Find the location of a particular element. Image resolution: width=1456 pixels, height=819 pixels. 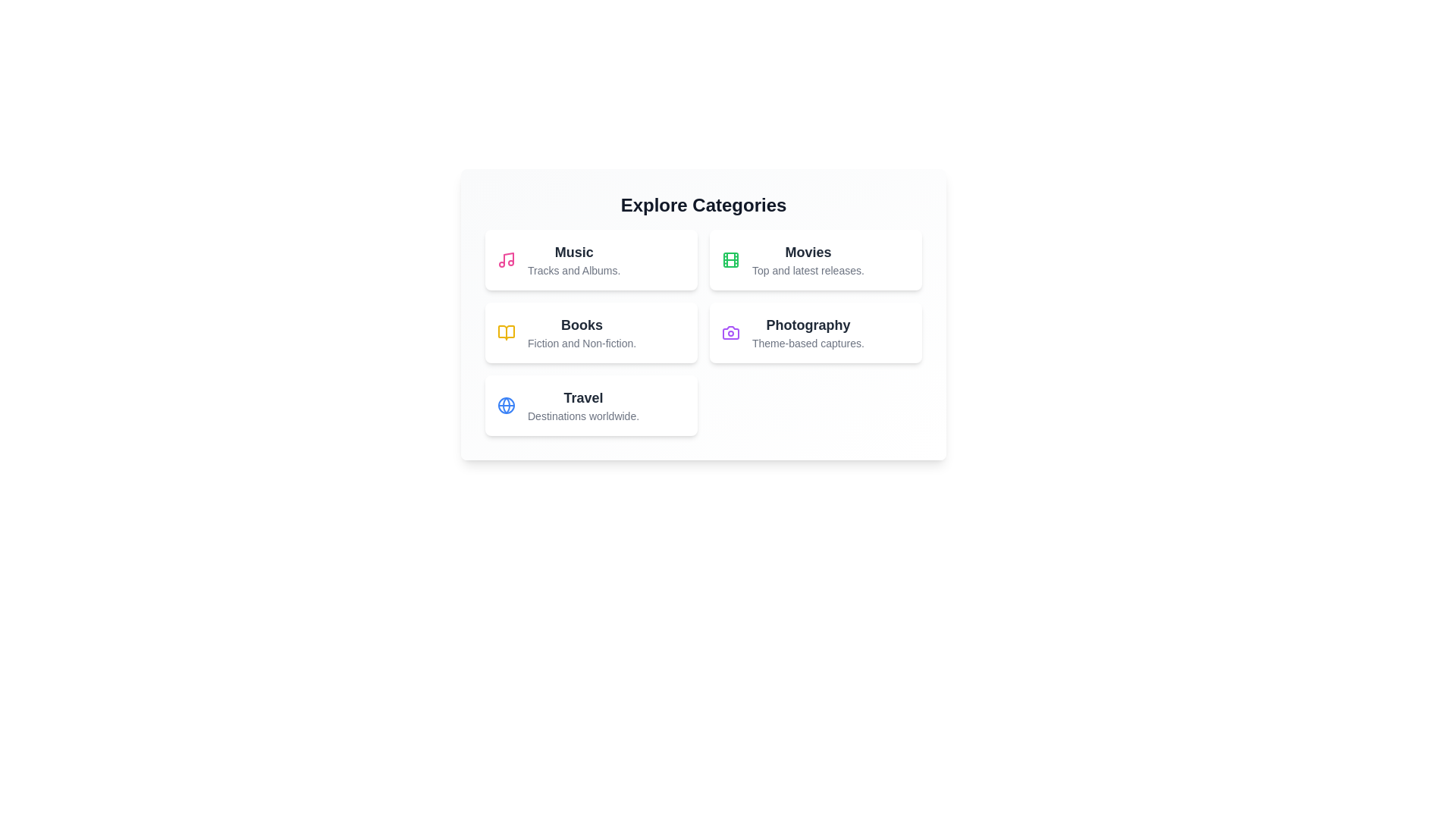

the category card corresponding to Travel is located at coordinates (590, 405).